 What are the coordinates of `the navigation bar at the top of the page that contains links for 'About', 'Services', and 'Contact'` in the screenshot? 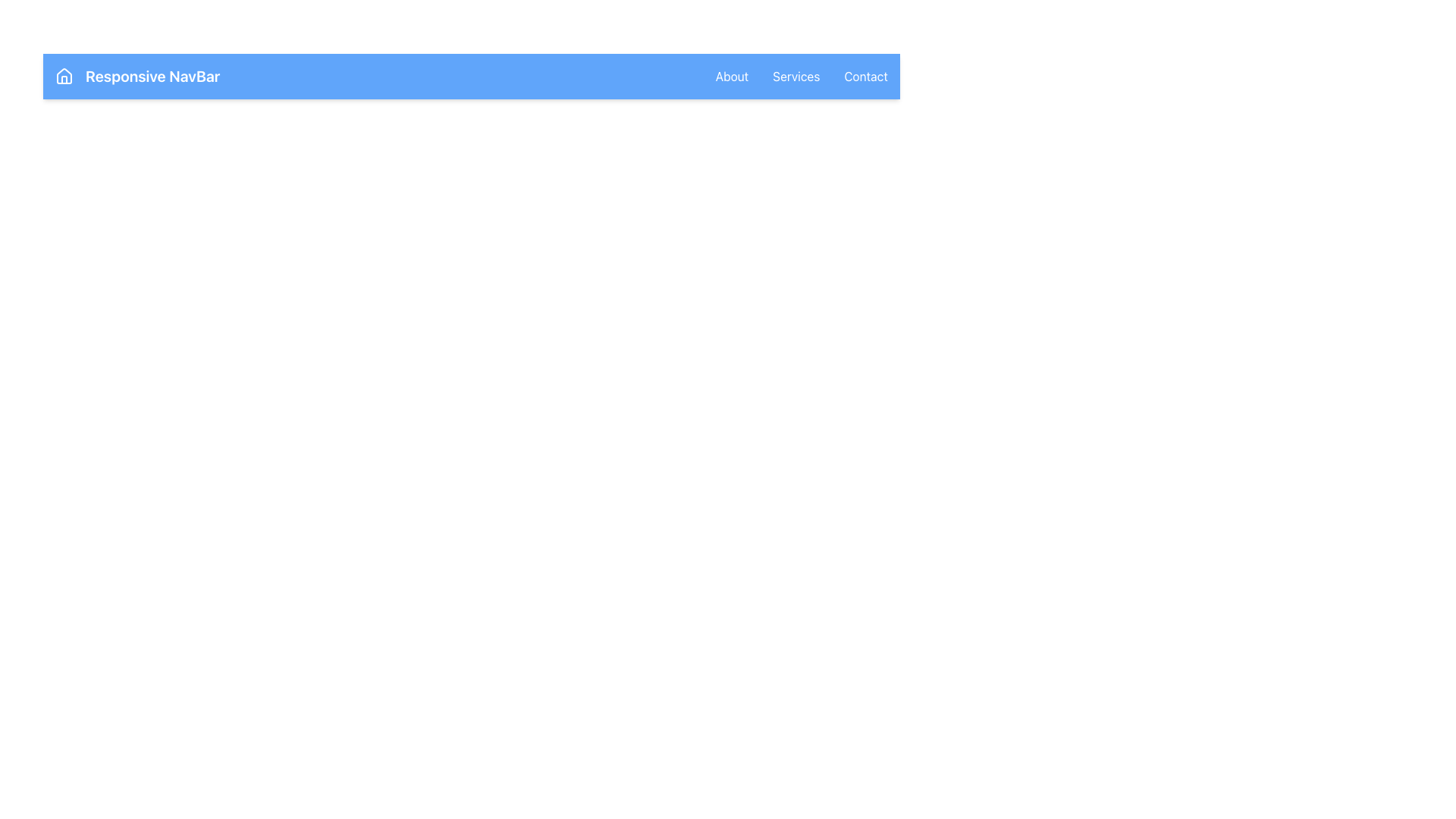 It's located at (471, 76).